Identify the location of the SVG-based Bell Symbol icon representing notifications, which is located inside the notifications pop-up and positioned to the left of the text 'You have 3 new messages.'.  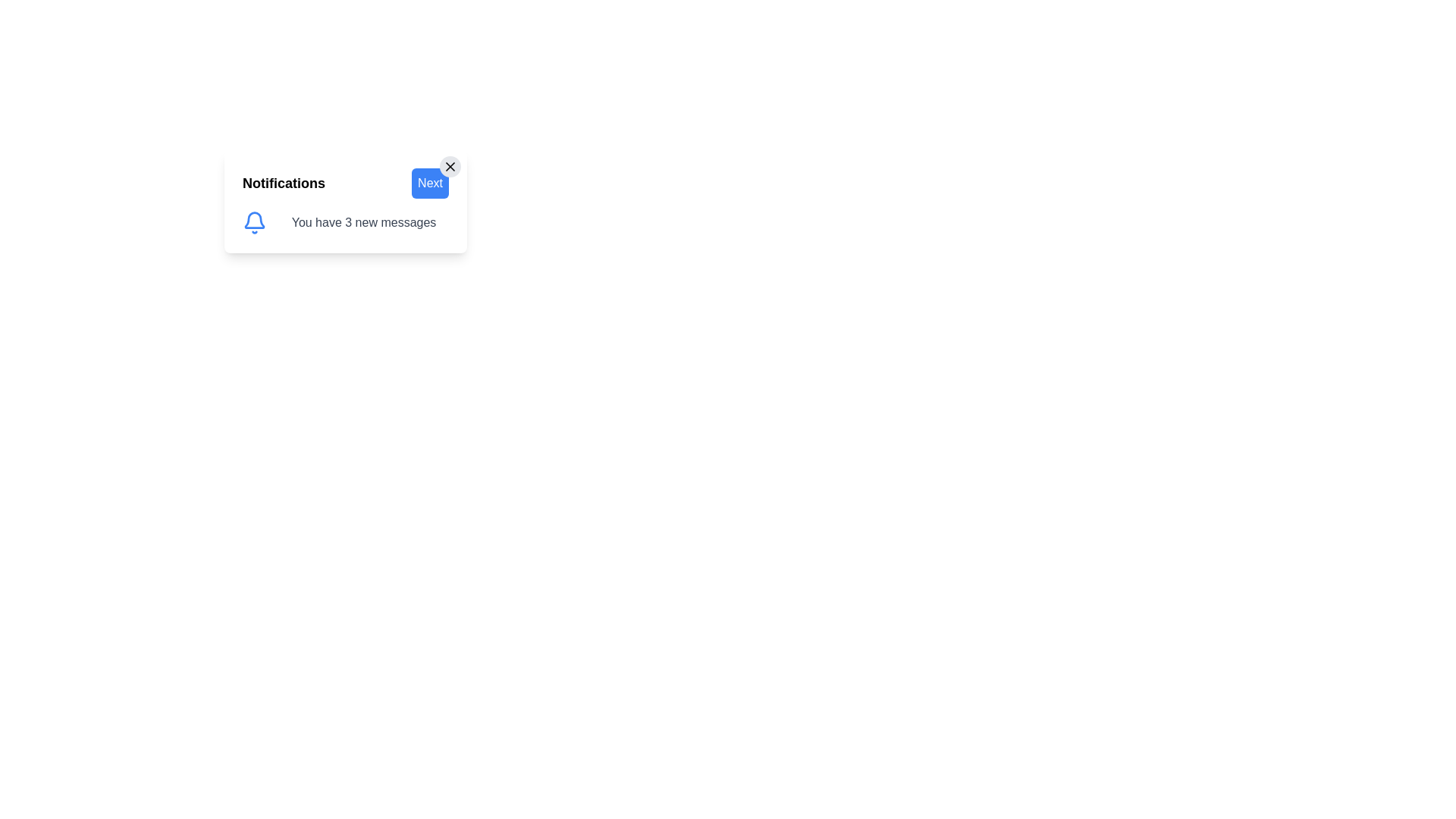
(255, 220).